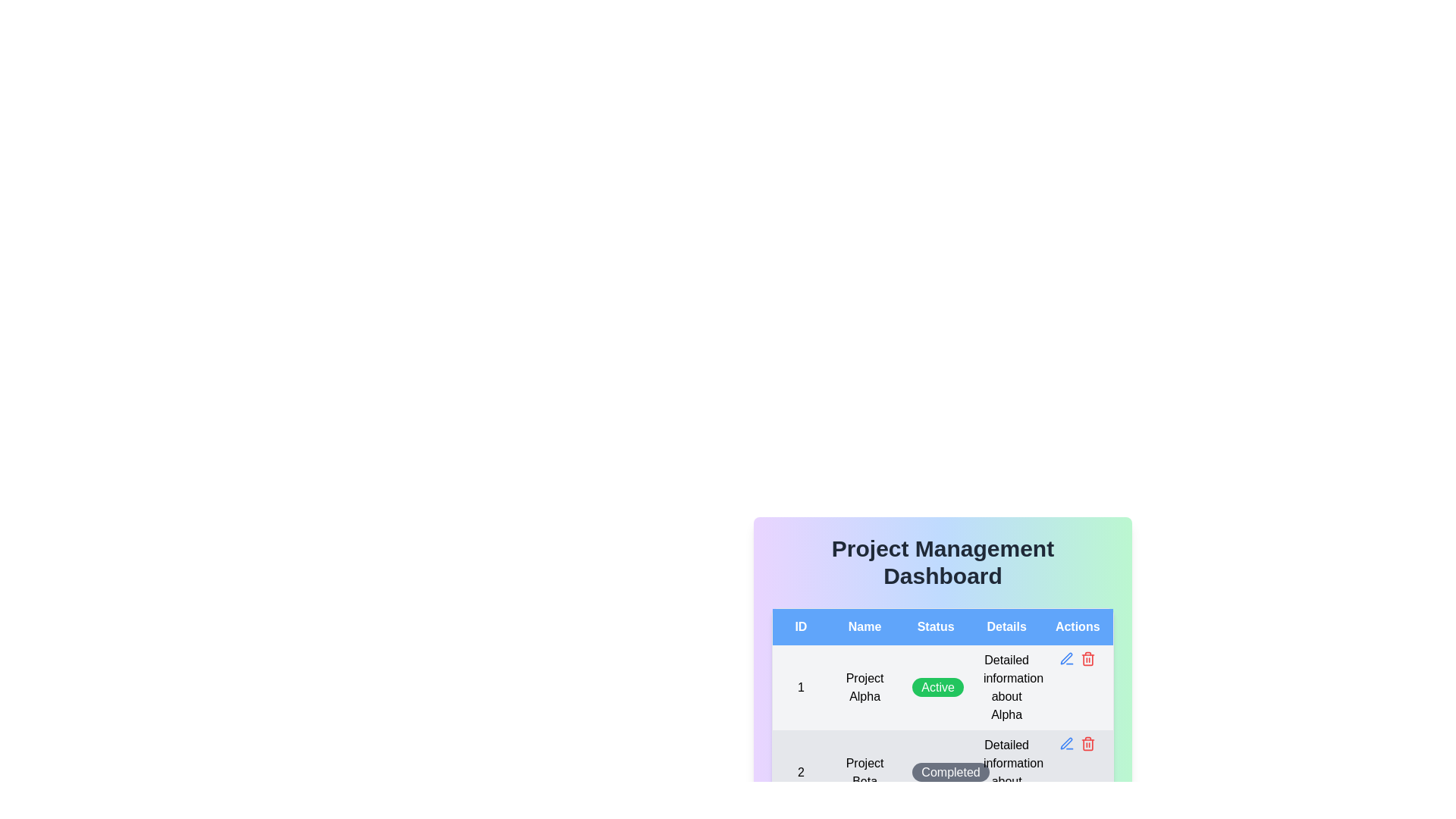  Describe the element at coordinates (1077, 626) in the screenshot. I see `the 'Actions' text label, which is a blue rectangular header in a table layout, located in the top-right region of the interface` at that location.